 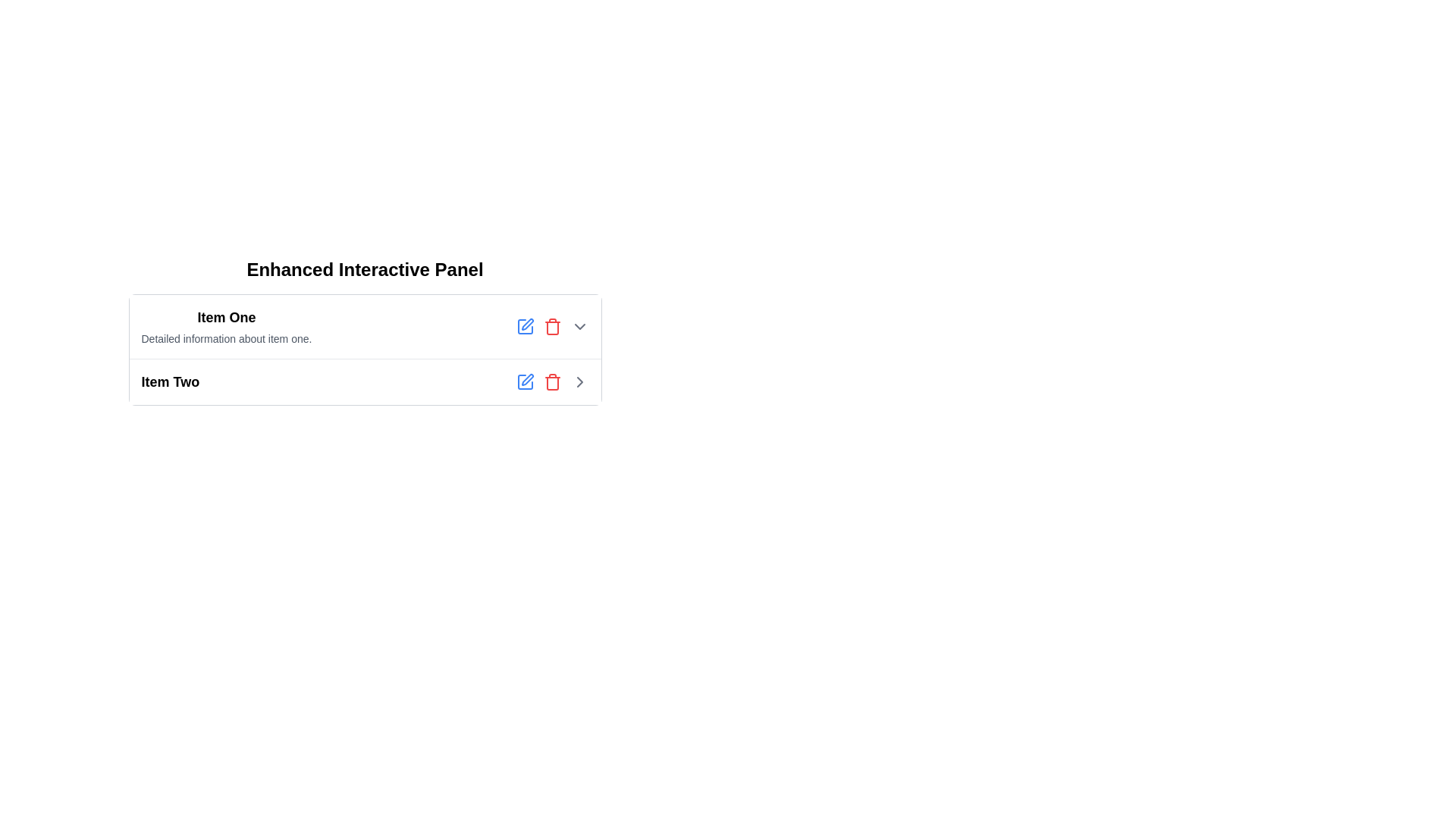 What do you see at coordinates (225, 338) in the screenshot?
I see `the descriptive text that reads 'Detailed information about item one', located below the bold header 'Item One'` at bounding box center [225, 338].